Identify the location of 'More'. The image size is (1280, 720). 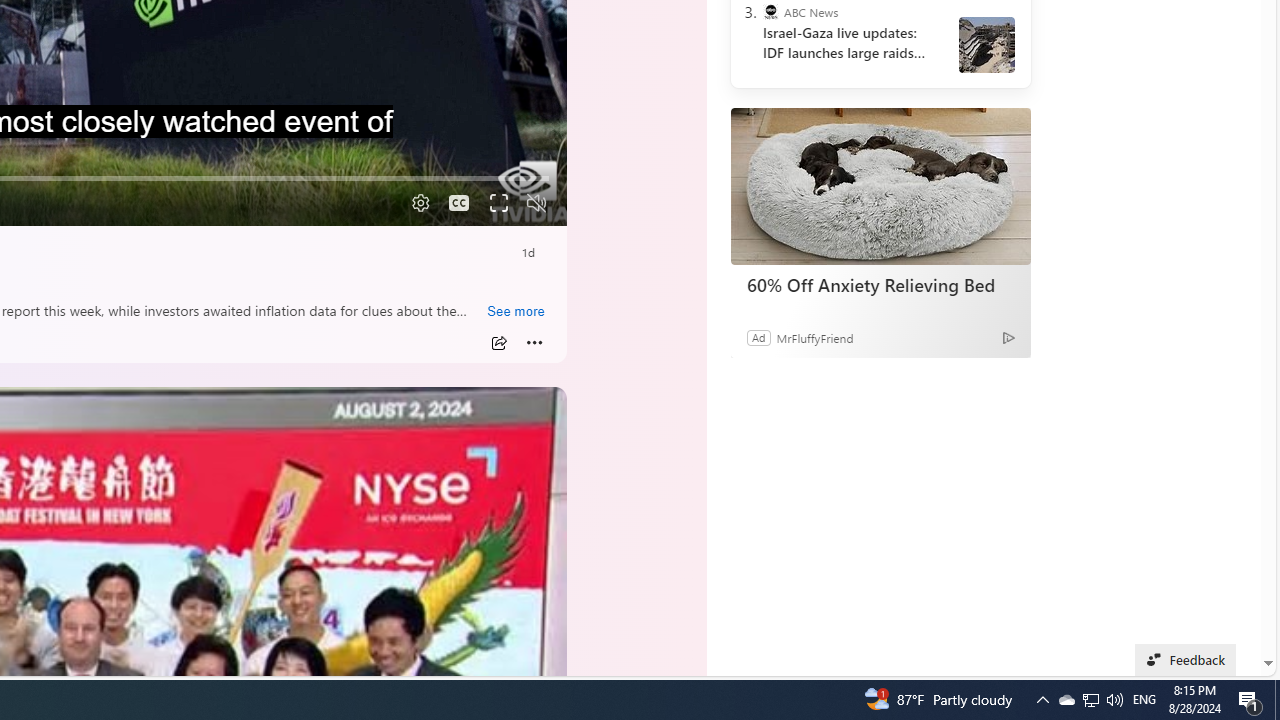
(534, 342).